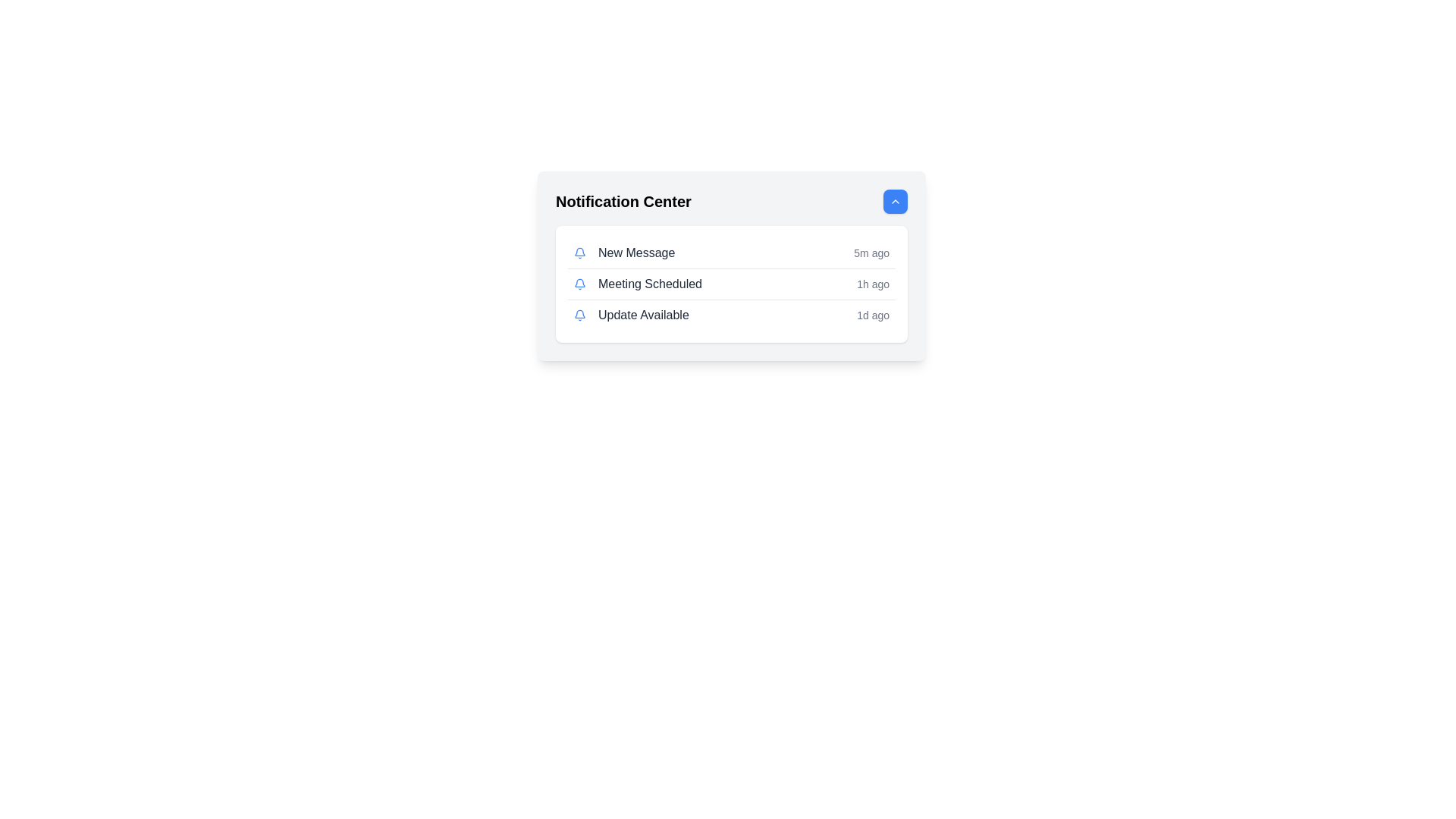 The image size is (1456, 819). Describe the element at coordinates (871, 253) in the screenshot. I see `displayed text of the Text Label that shows the time elapsed since the 'New Message' notification` at that location.